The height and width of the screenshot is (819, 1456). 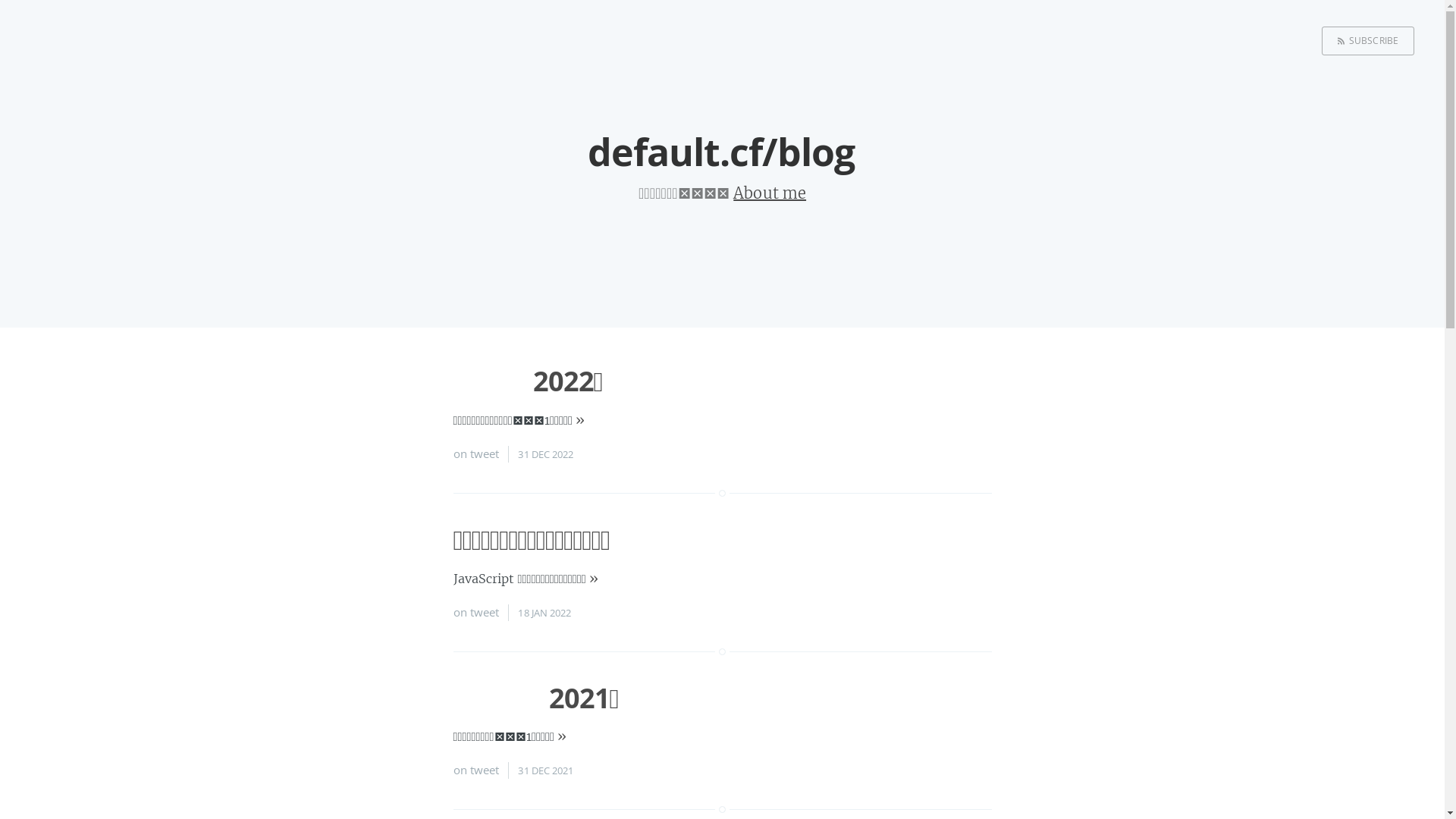 What do you see at coordinates (733, 192) in the screenshot?
I see `'About me'` at bounding box center [733, 192].